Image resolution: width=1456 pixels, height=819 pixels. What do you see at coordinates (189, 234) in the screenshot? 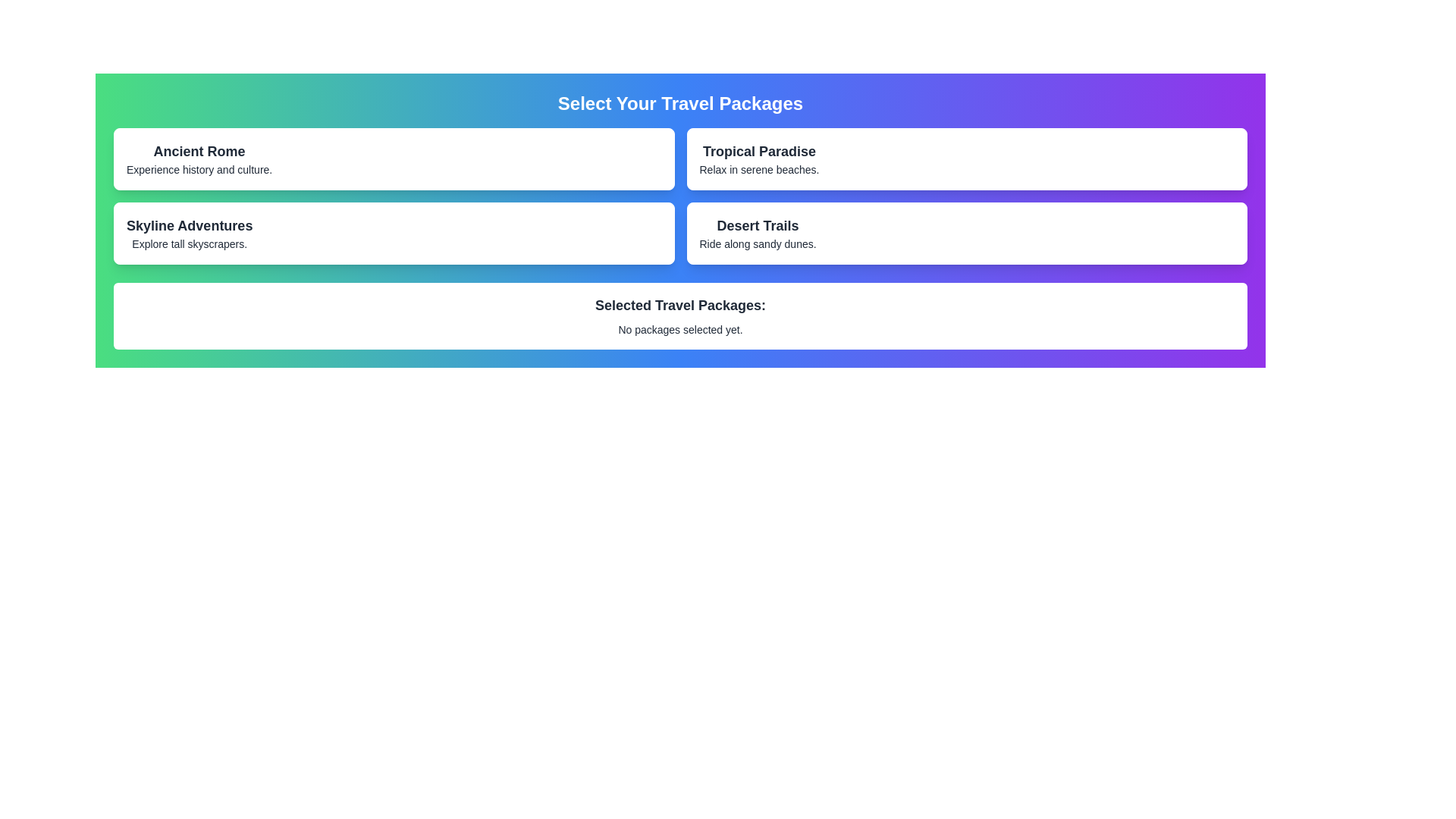
I see `the text 'Skyline Adventures' in the selectable card` at bounding box center [189, 234].